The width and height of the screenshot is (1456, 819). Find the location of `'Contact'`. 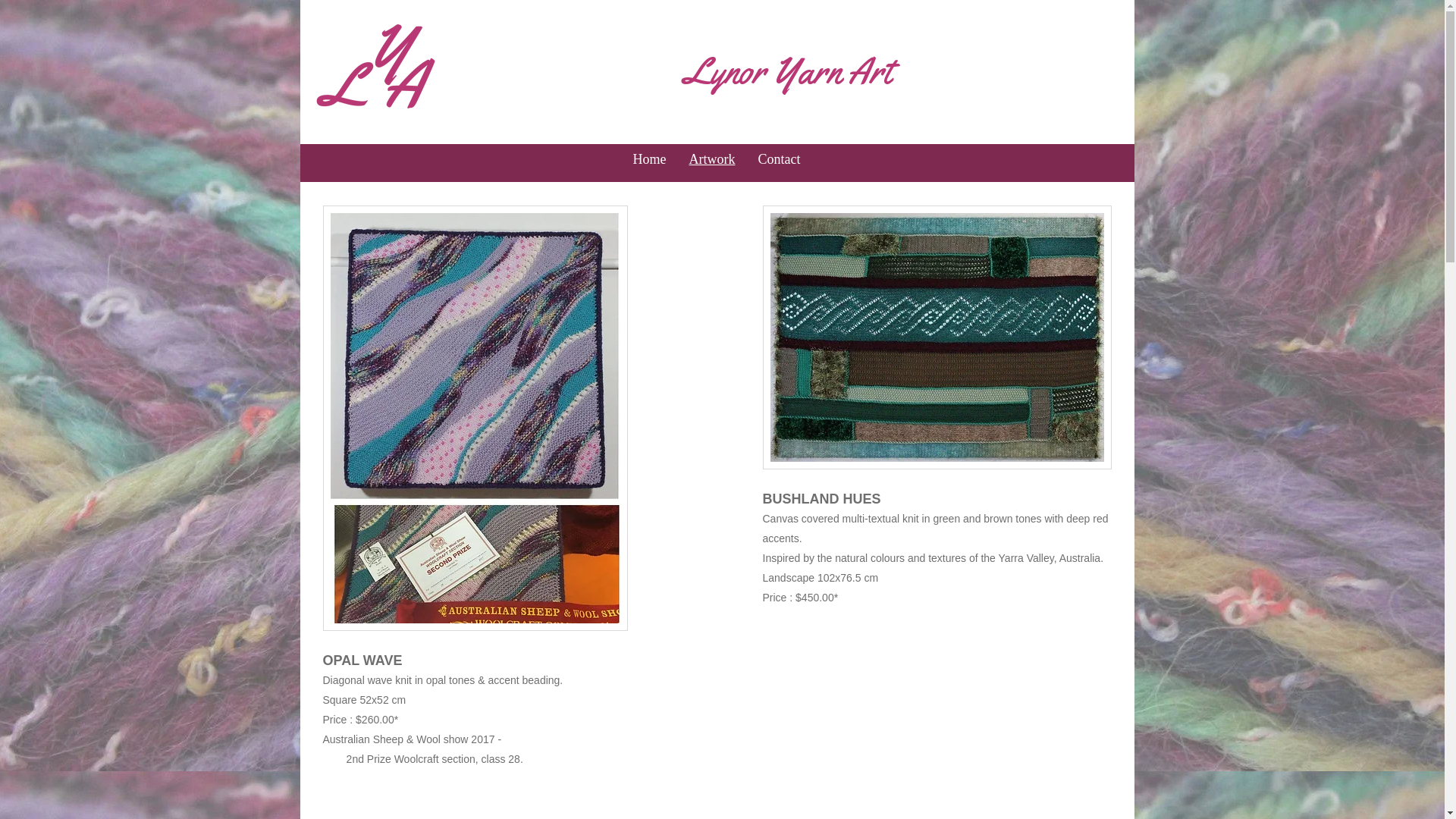

'Contact' is located at coordinates (745, 158).